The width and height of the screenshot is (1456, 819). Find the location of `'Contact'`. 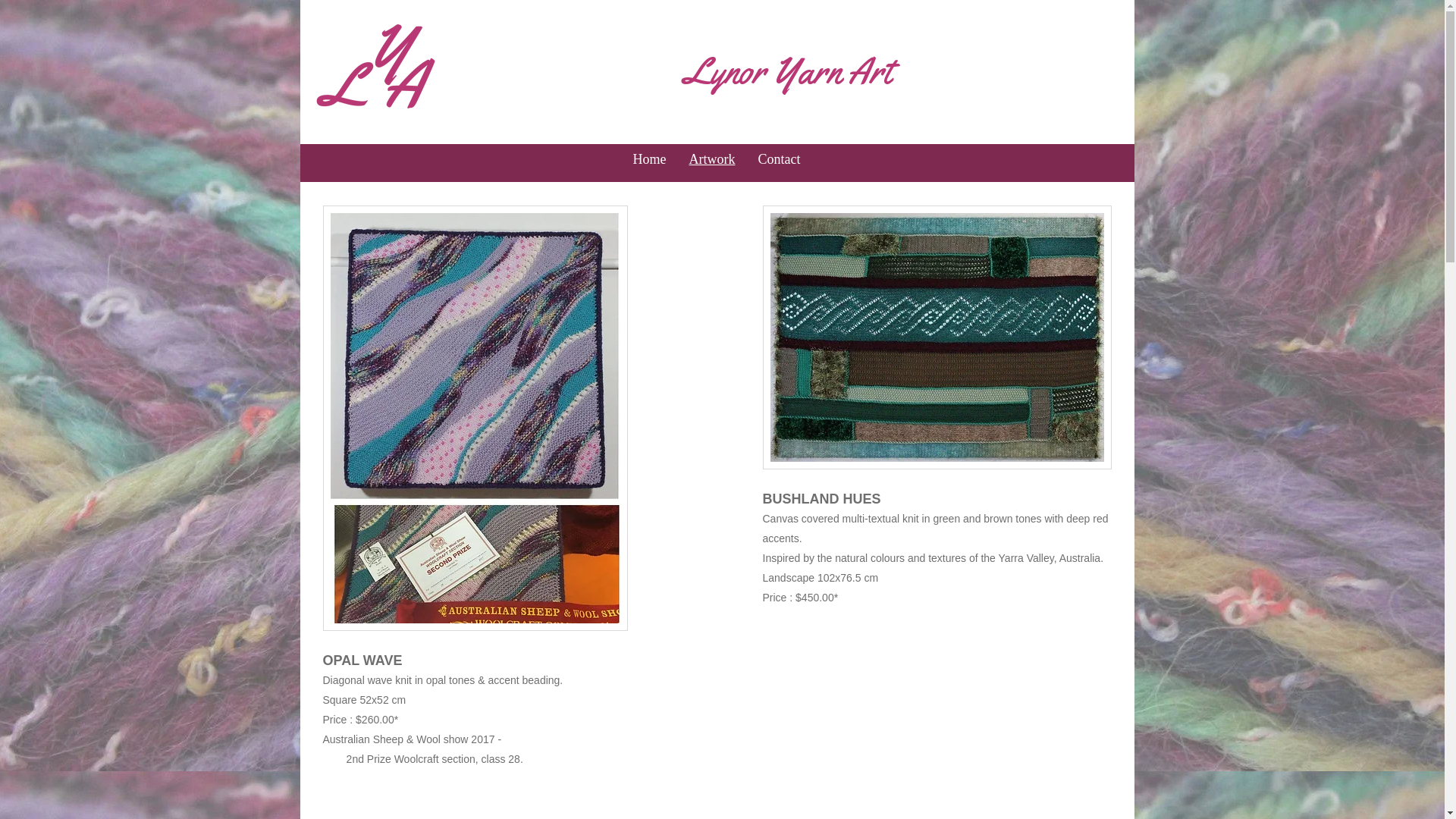

'Contact' is located at coordinates (745, 158).